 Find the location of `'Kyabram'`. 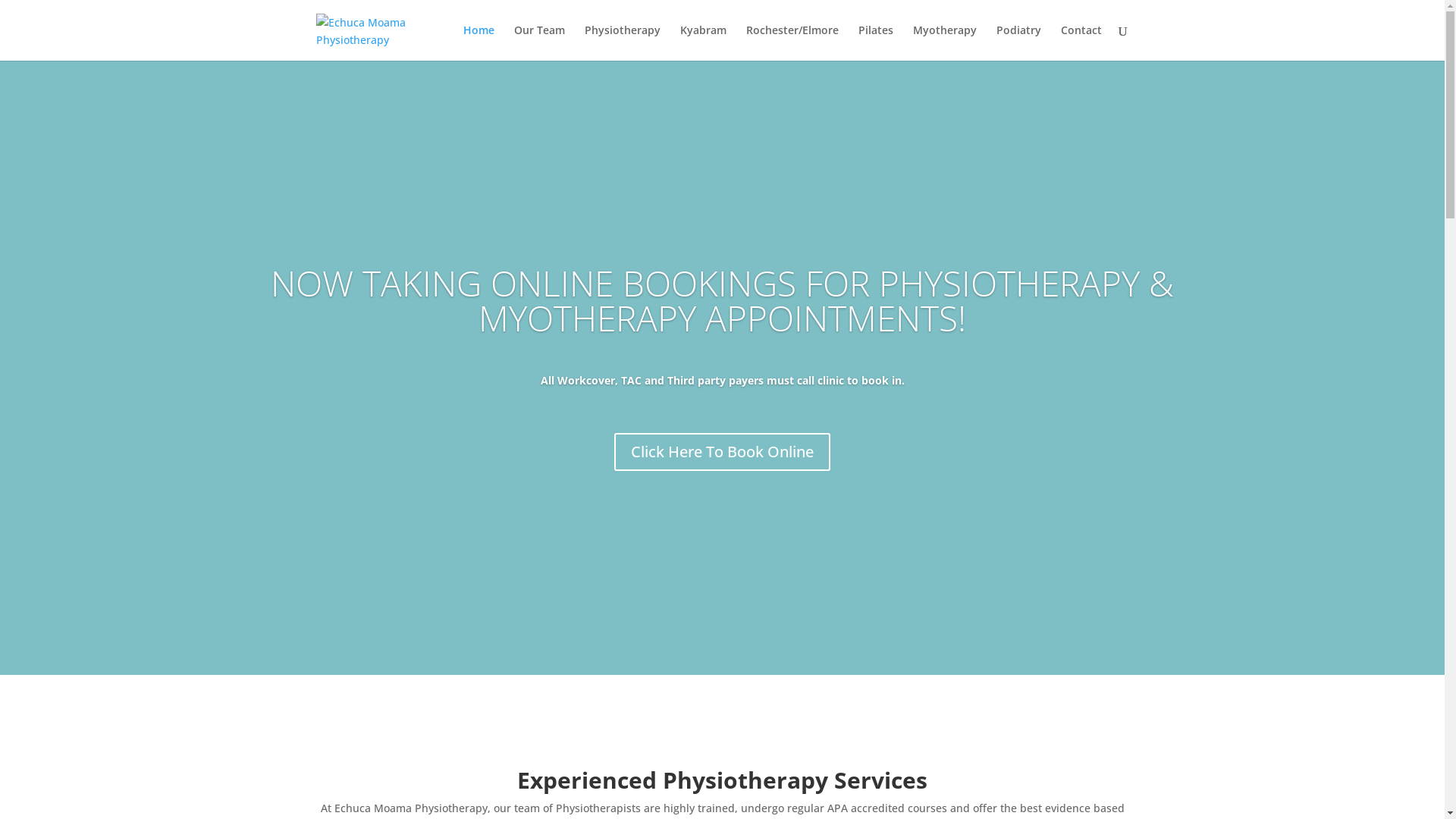

'Kyabram' is located at coordinates (679, 42).